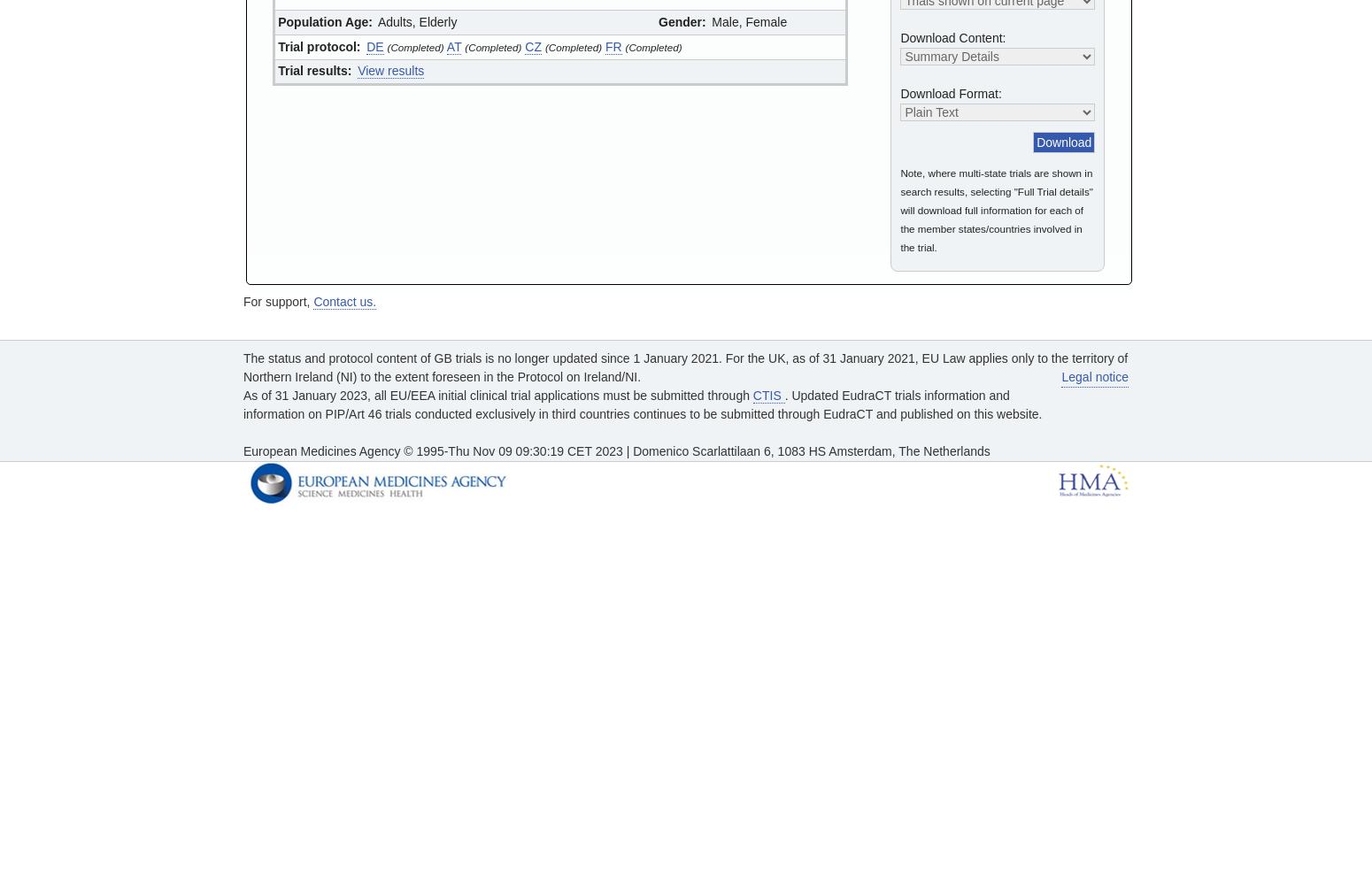 The width and height of the screenshot is (1372, 885). Describe the element at coordinates (277, 70) in the screenshot. I see `'Trial results:'` at that location.